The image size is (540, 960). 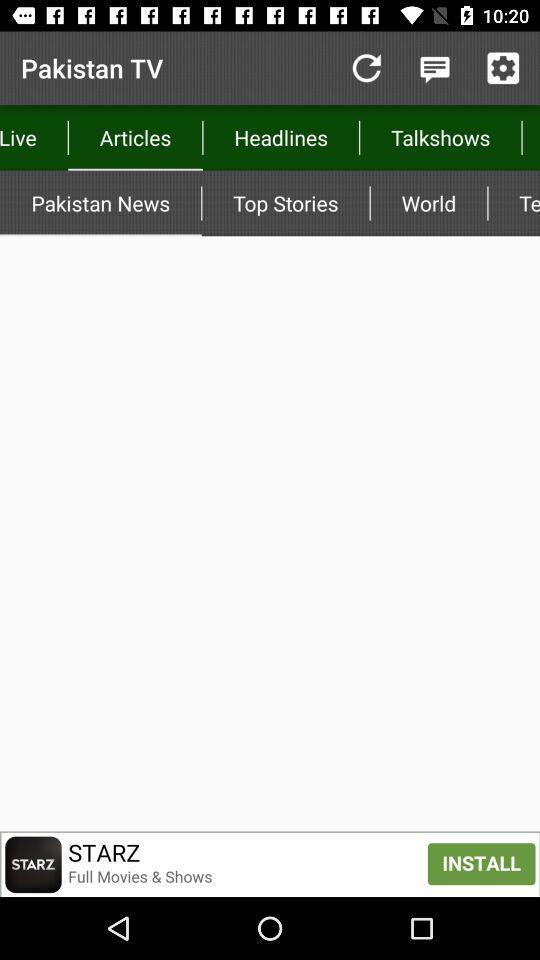 I want to click on the drama icon, so click(x=530, y=136).